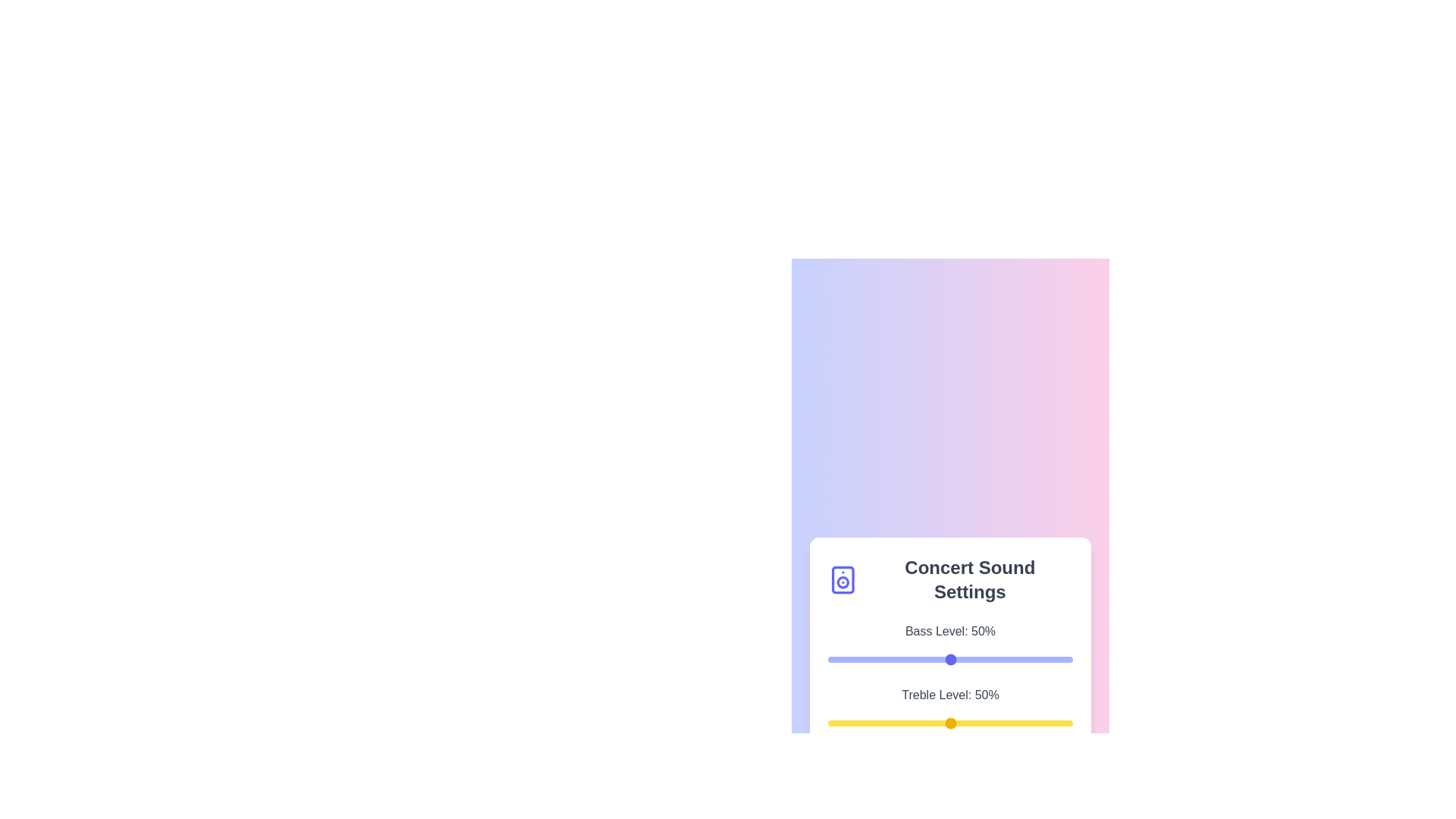  I want to click on the bass level slider to 62%, so click(980, 659).